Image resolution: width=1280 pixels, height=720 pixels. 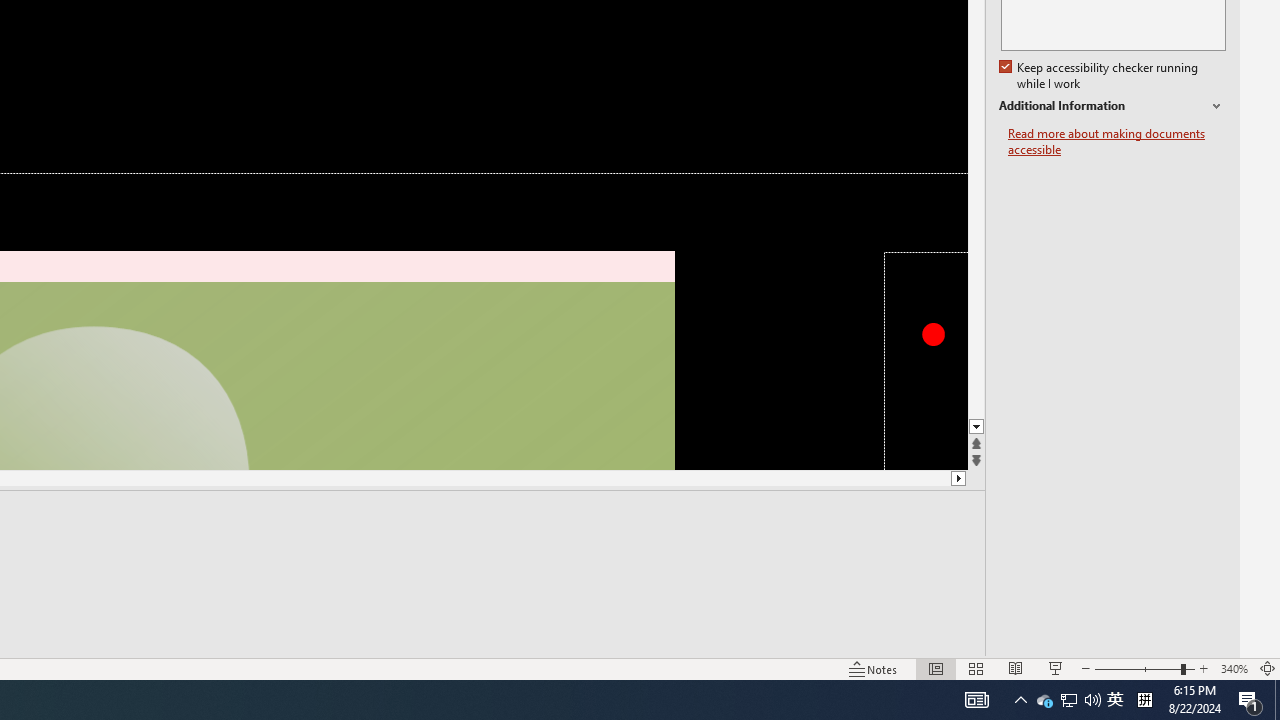 What do you see at coordinates (1233, 669) in the screenshot?
I see `'Zoom 340%'` at bounding box center [1233, 669].